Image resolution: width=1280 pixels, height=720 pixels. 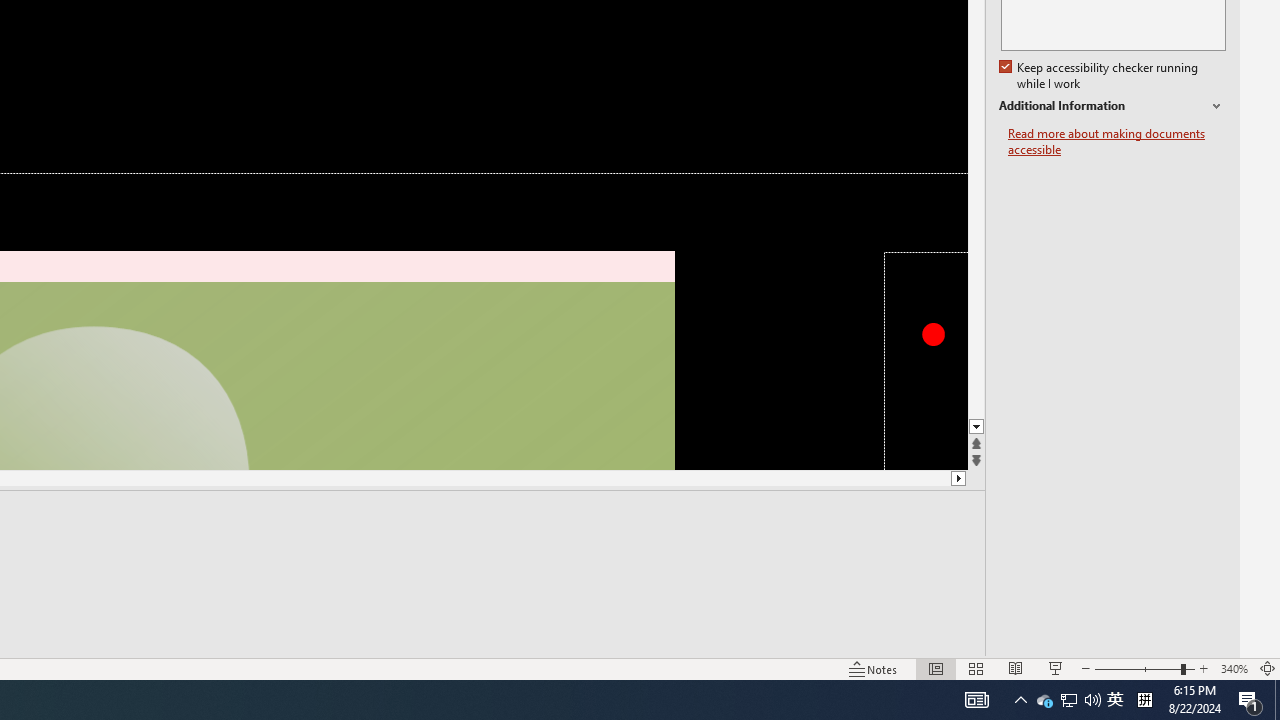 What do you see at coordinates (1233, 669) in the screenshot?
I see `'Zoom 340%'` at bounding box center [1233, 669].